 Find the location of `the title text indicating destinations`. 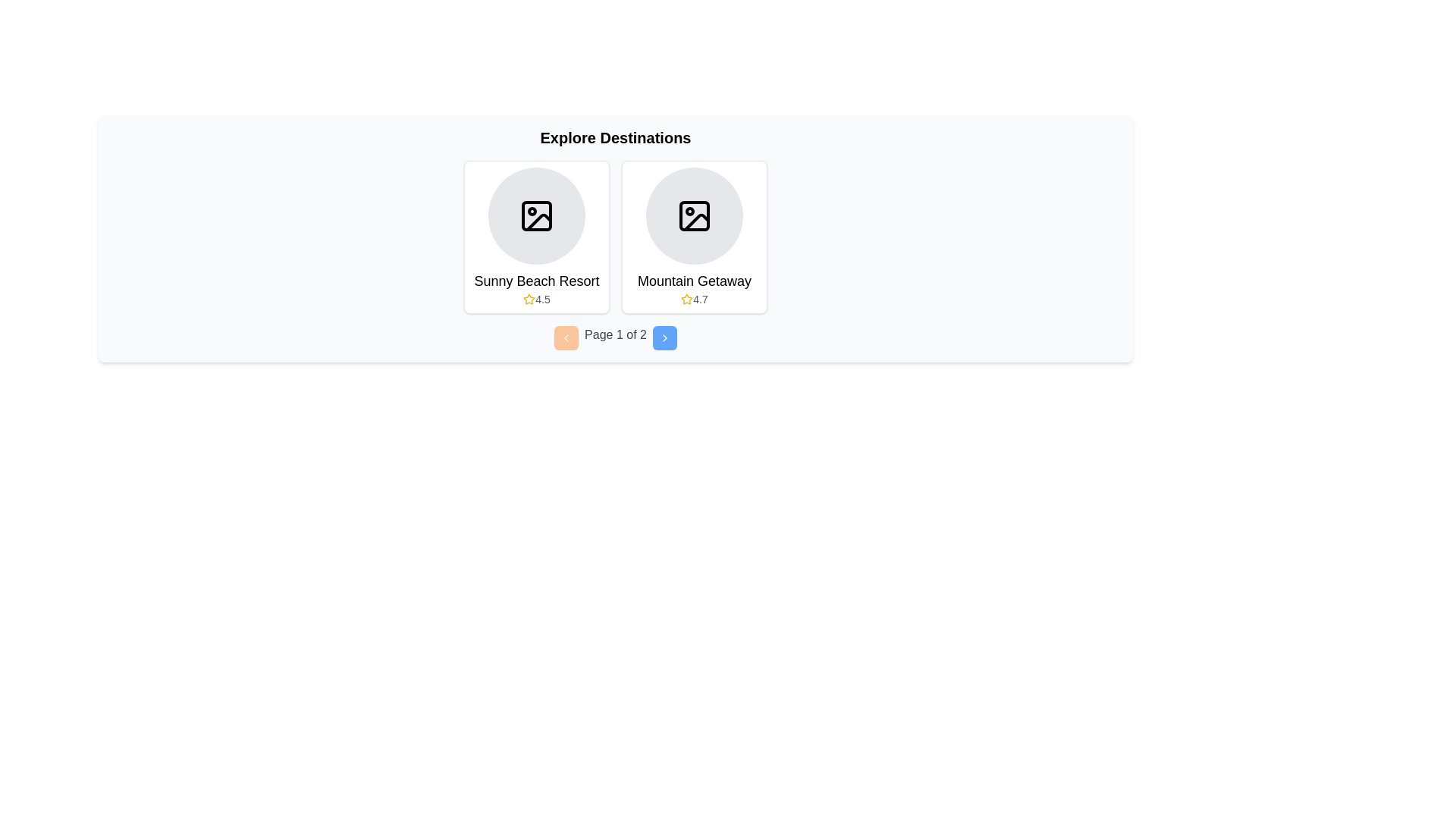

the title text indicating destinations is located at coordinates (615, 137).